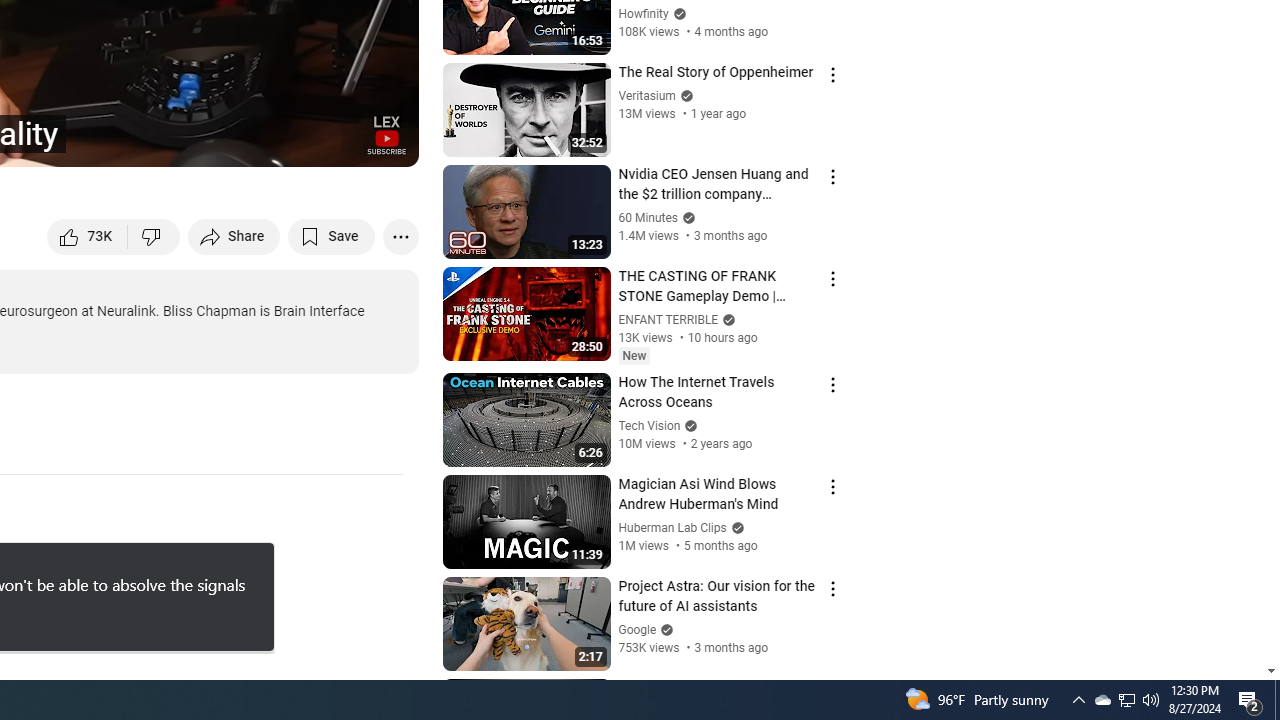  What do you see at coordinates (331, 235) in the screenshot?
I see `'Save to playlist'` at bounding box center [331, 235].